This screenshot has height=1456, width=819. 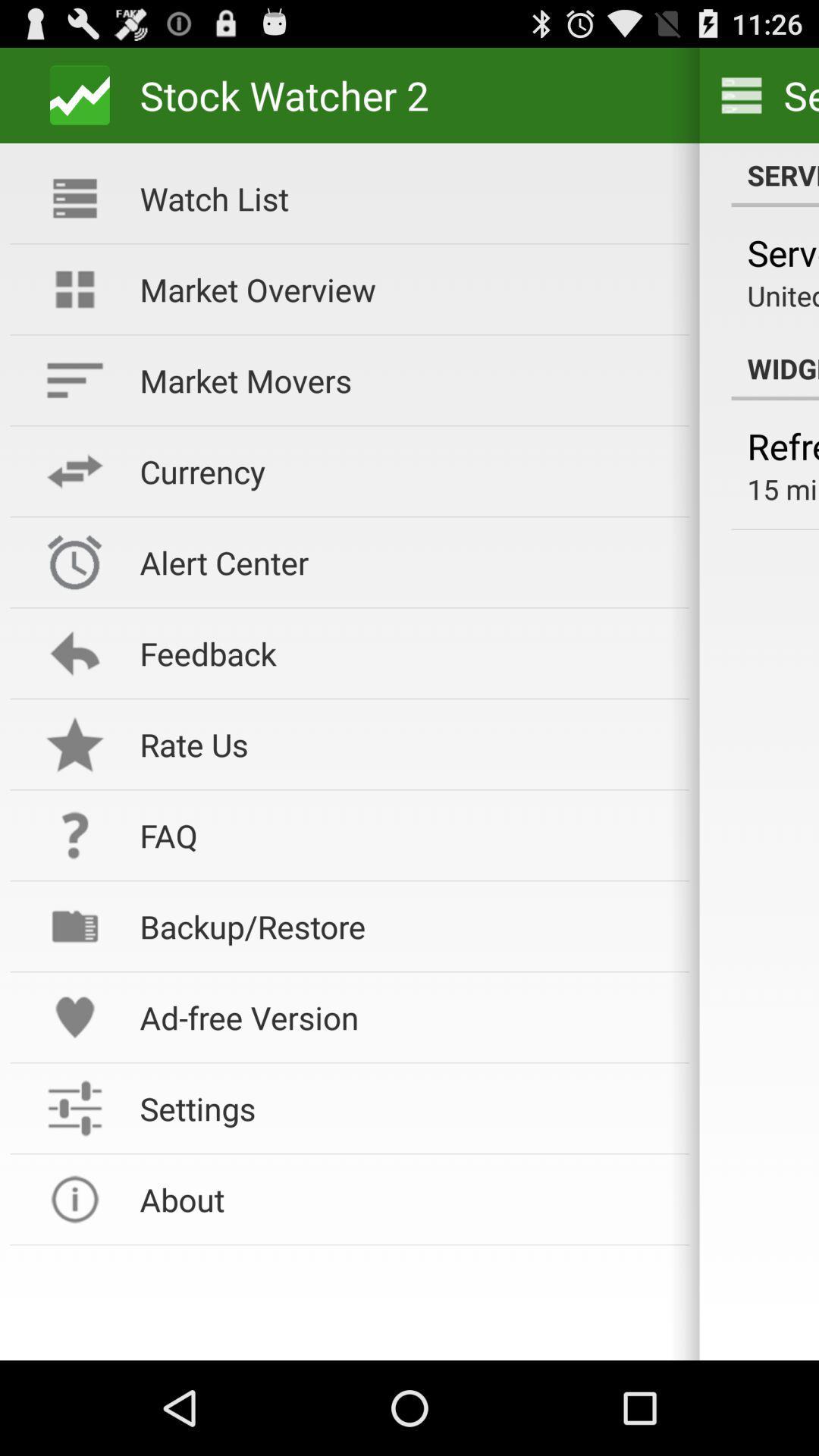 What do you see at coordinates (783, 295) in the screenshot?
I see `united states (us)` at bounding box center [783, 295].